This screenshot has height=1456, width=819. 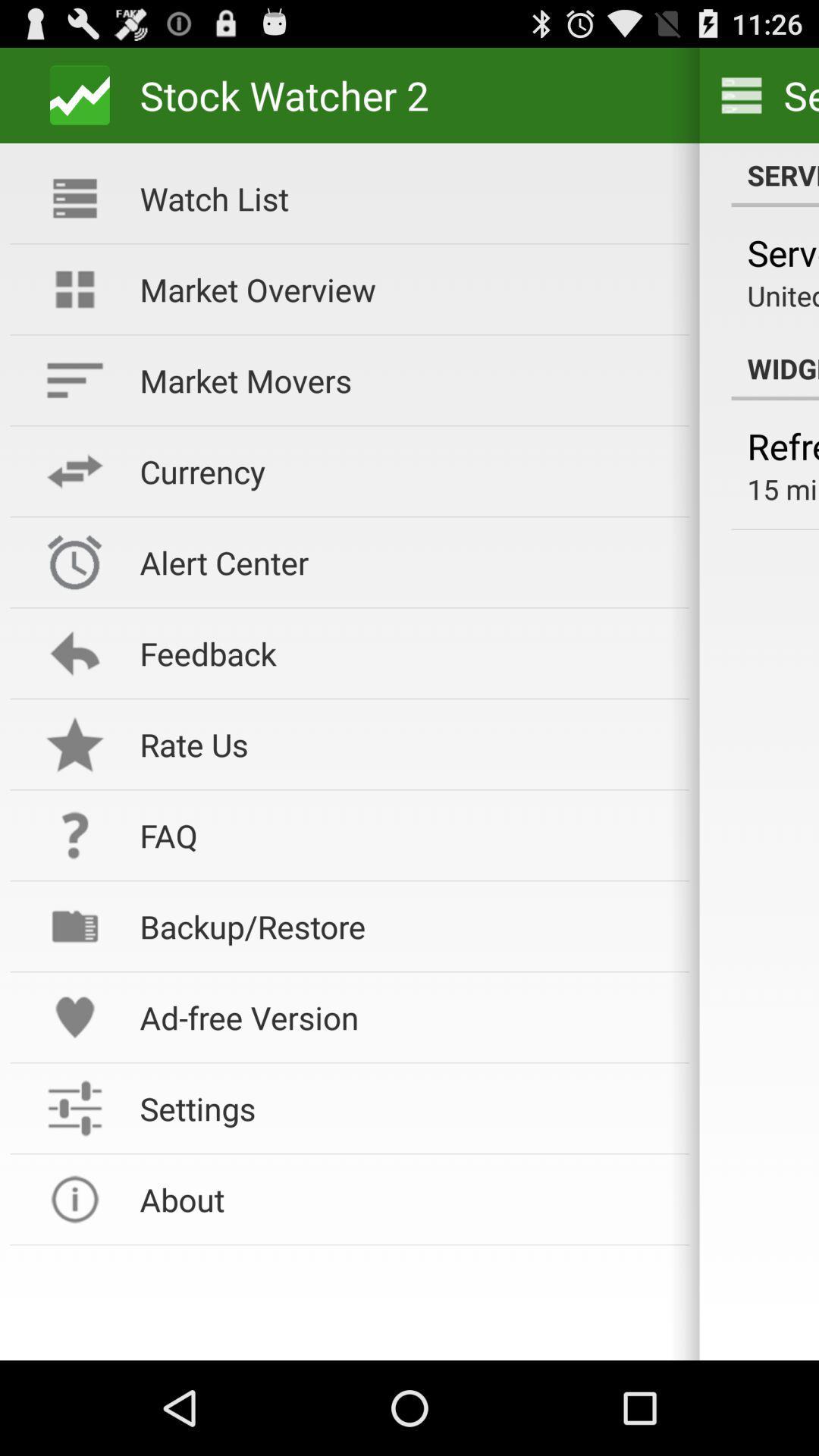 What do you see at coordinates (783, 295) in the screenshot?
I see `united states (us)` at bounding box center [783, 295].